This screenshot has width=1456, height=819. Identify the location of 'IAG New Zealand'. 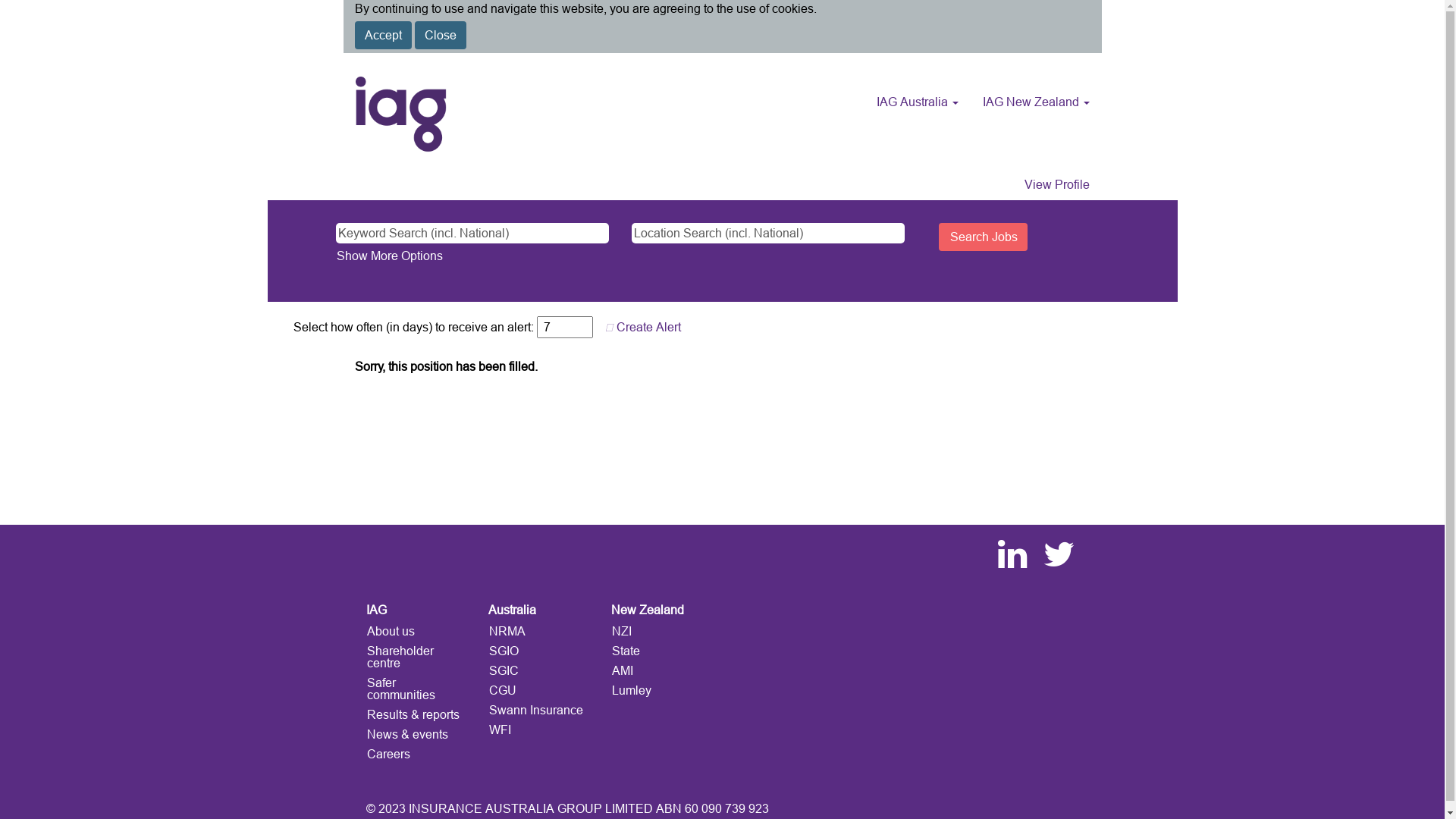
(1034, 102).